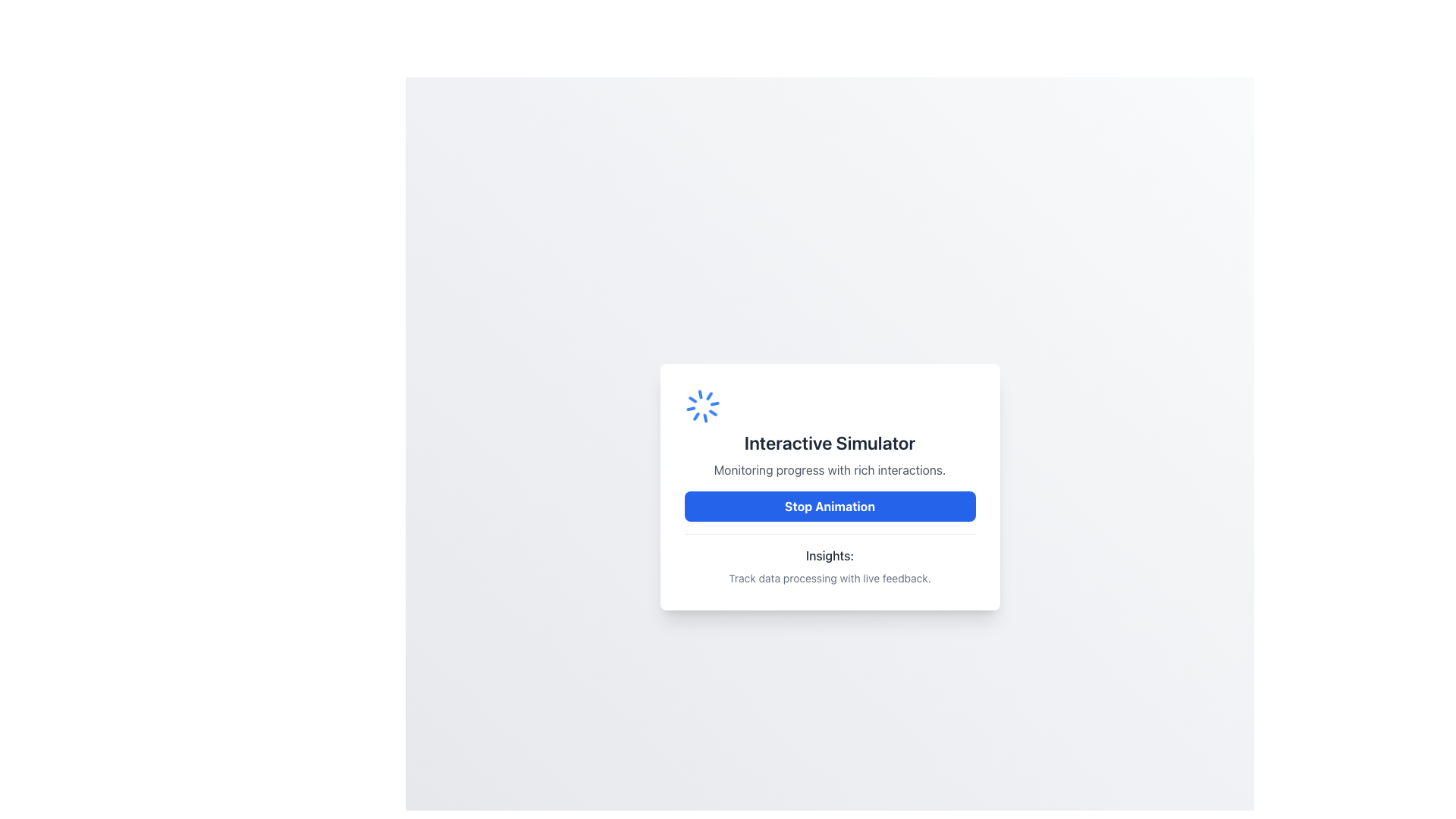 This screenshot has width=1456, height=819. What do you see at coordinates (829, 433) in the screenshot?
I see `the header element containing the title 'Interactive Simulator' and the description 'Monitoring progress with rich interactions.'` at bounding box center [829, 433].